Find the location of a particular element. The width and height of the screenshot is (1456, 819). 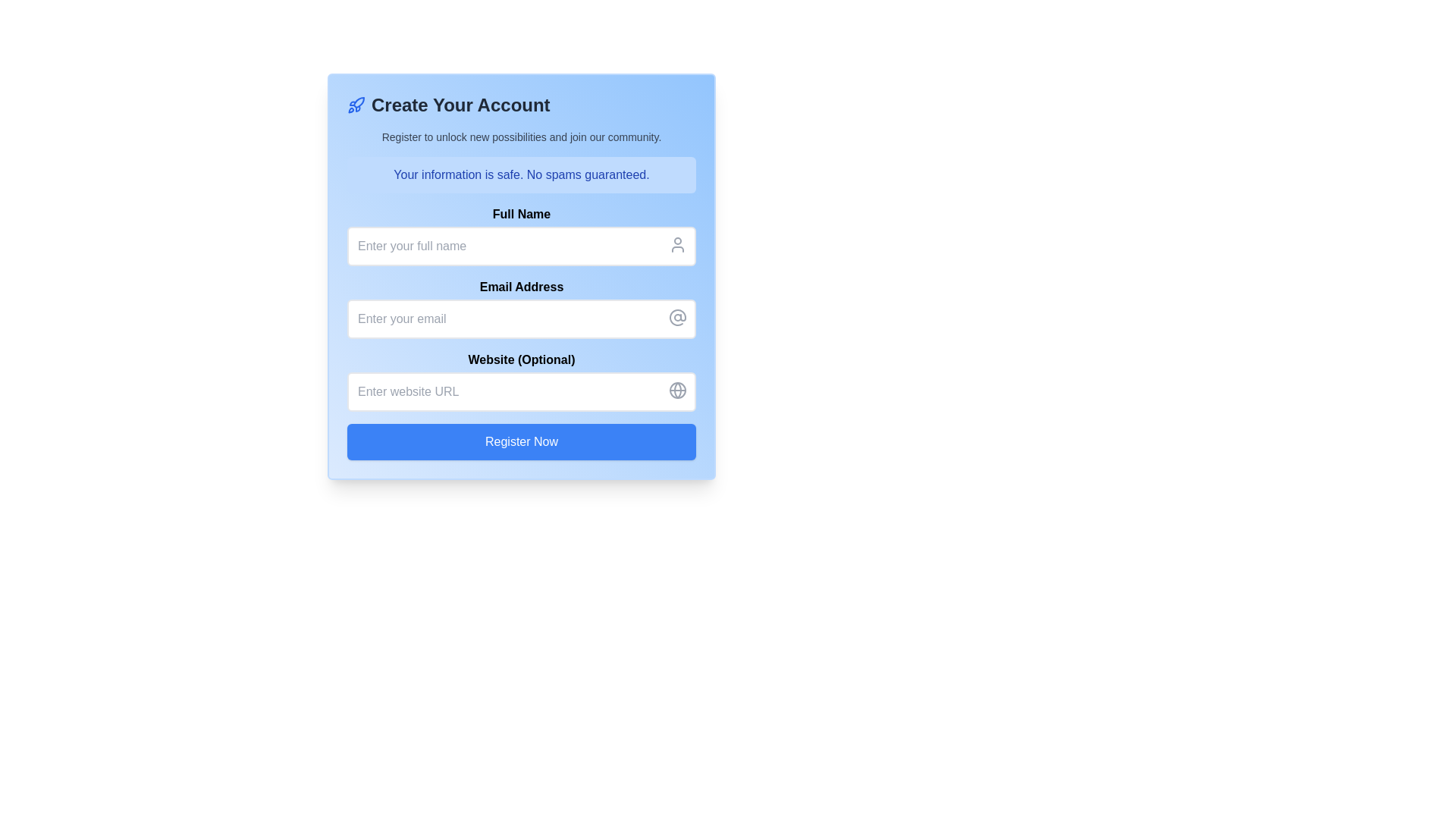

the user icon, which is a gray circular head and simplified body shape located in the top-right corner of the 'Full Name' input field is located at coordinates (676, 244).